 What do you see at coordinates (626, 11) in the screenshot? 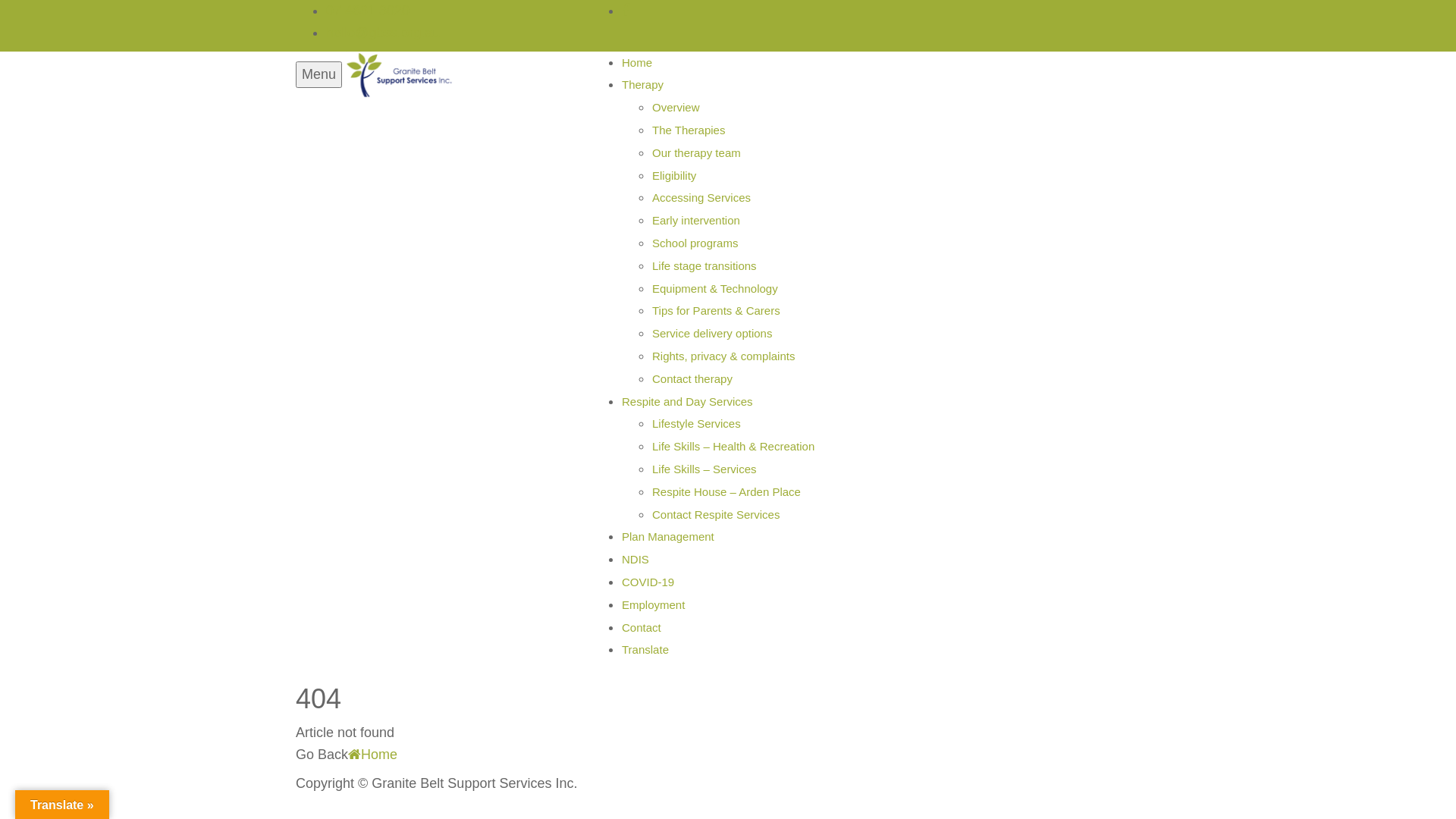
I see `'Facebook'` at bounding box center [626, 11].